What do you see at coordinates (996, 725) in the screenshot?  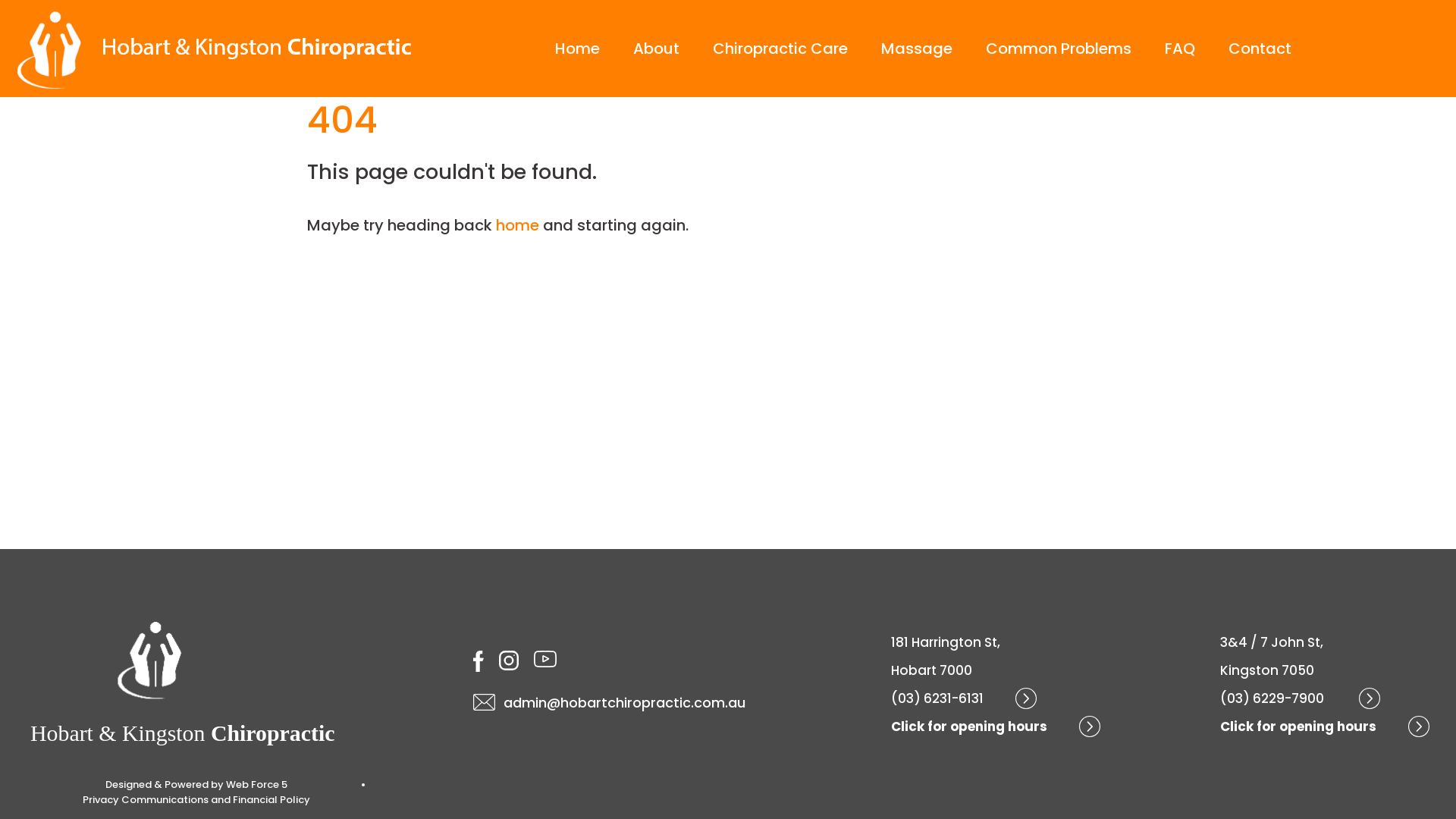 I see `'Click for opening hours'` at bounding box center [996, 725].